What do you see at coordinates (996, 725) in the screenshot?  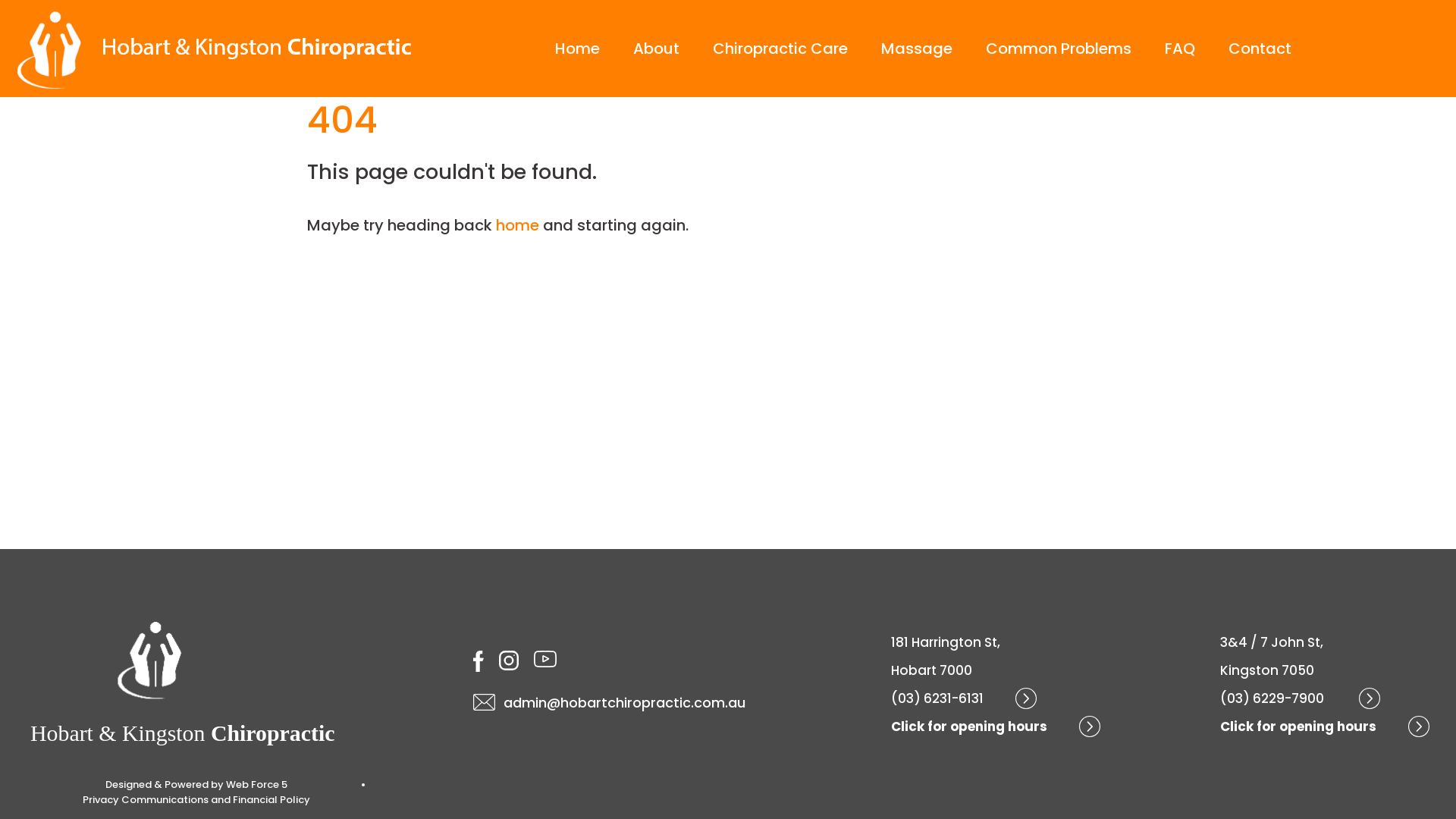 I see `'Click for opening hours'` at bounding box center [996, 725].